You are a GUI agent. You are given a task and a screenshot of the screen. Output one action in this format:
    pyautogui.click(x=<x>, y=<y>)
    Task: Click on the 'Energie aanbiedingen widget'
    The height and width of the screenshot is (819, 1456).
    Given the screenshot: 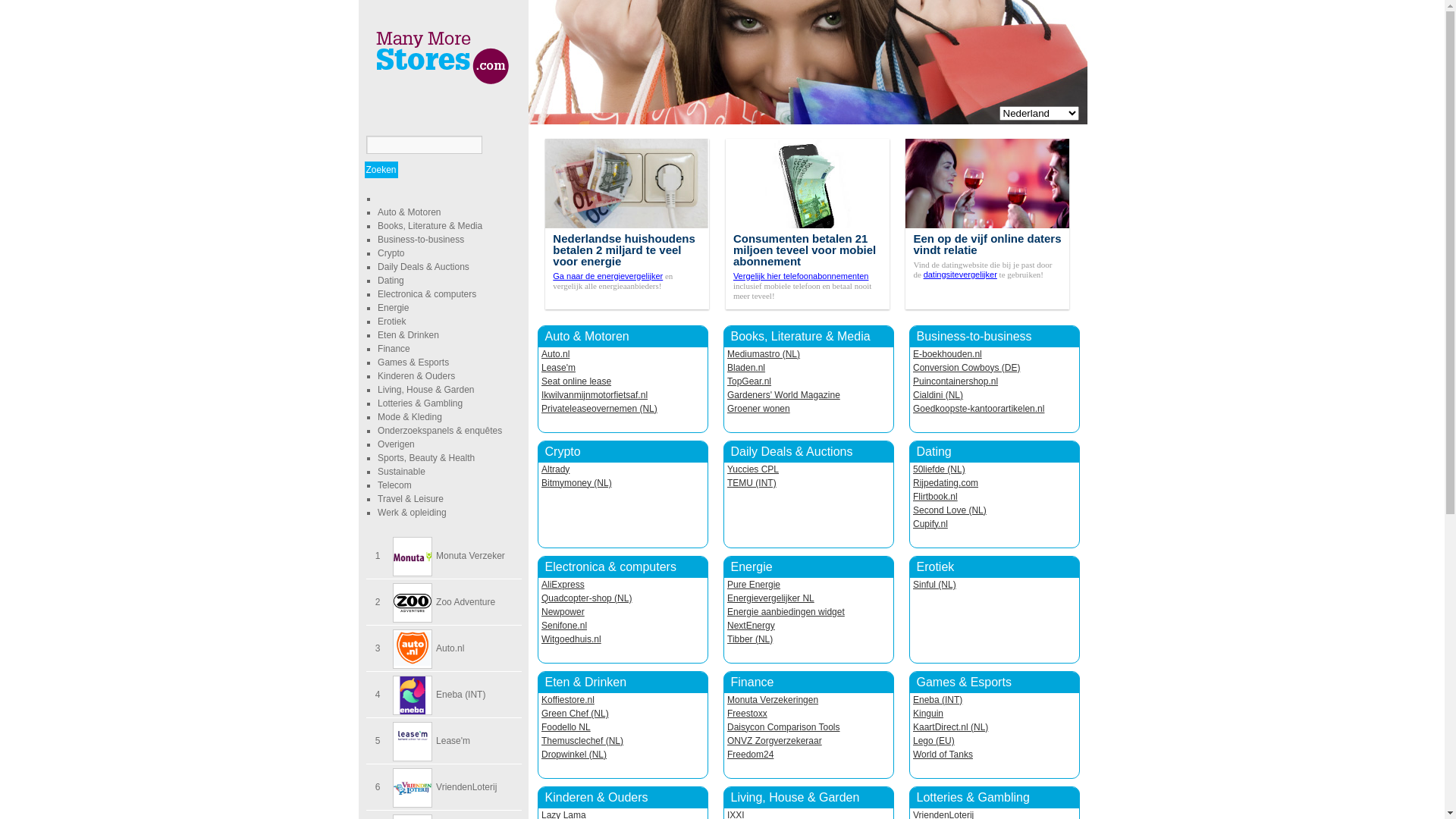 What is the action you would take?
    pyautogui.click(x=786, y=610)
    